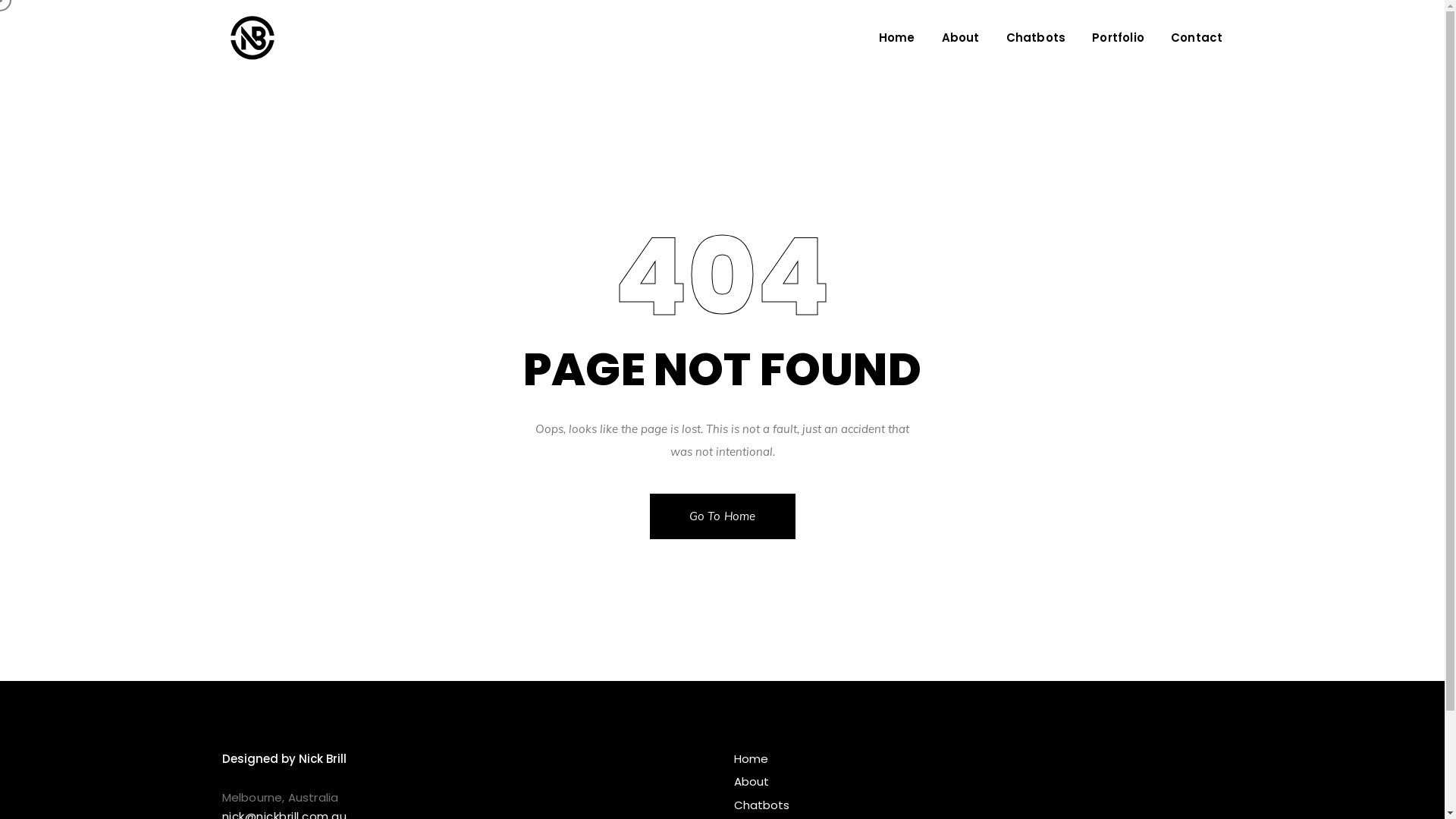 Image resolution: width=1456 pixels, height=819 pixels. I want to click on 'Portfolio', so click(1118, 37).